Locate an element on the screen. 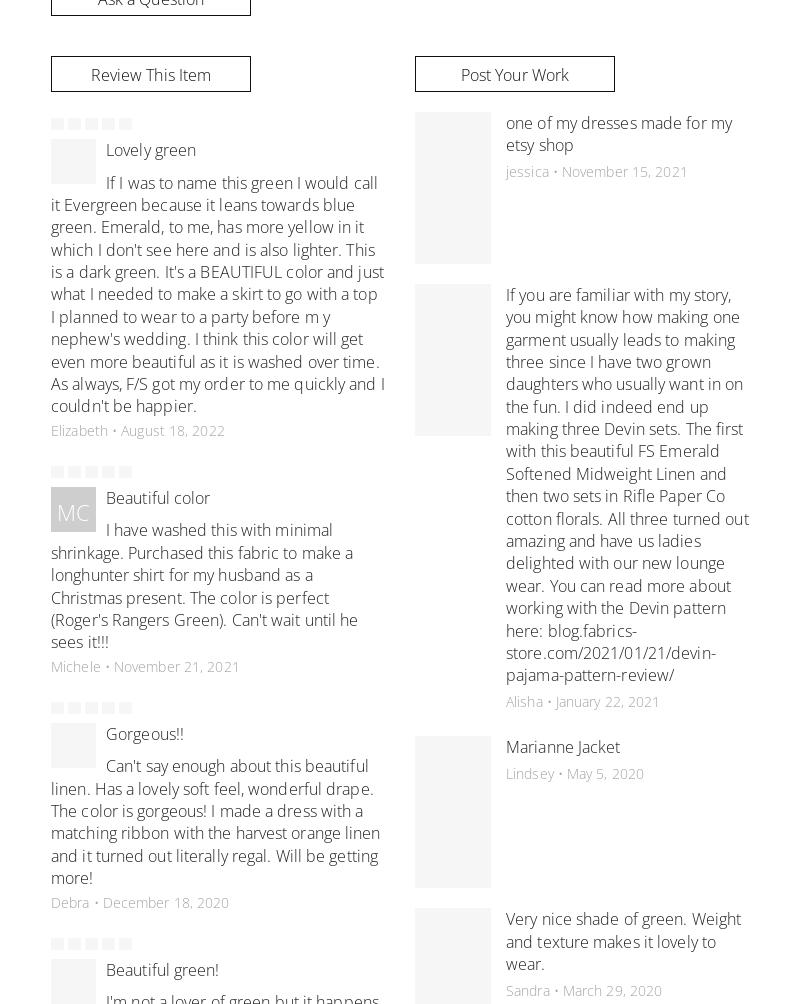 Image resolution: width=800 pixels, height=1004 pixels. 'Very nice shade of green. Weight and texture makes it lovely to wear.' is located at coordinates (623, 940).